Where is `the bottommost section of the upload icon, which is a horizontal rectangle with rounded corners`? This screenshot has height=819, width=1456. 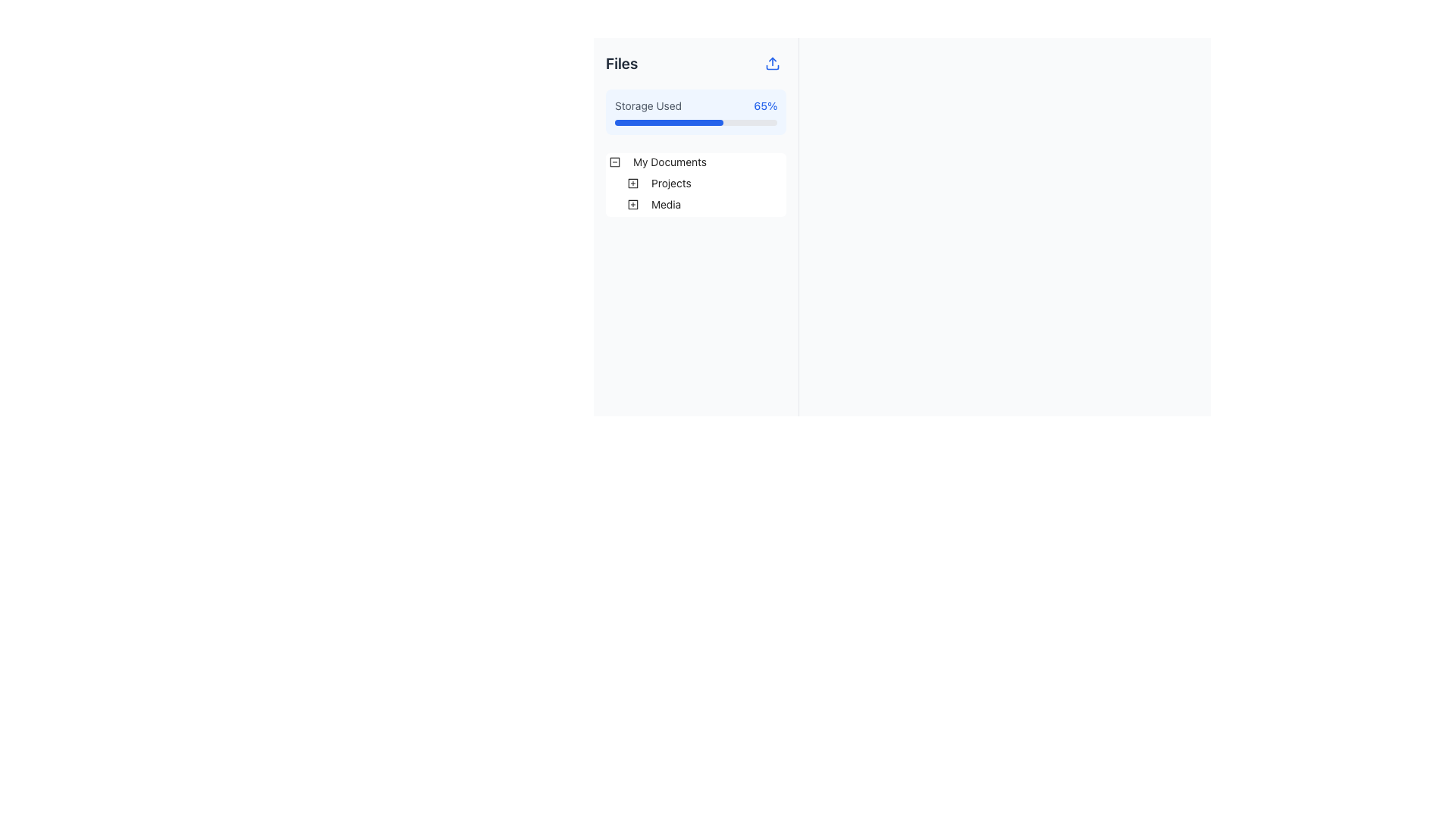
the bottommost section of the upload icon, which is a horizontal rectangle with rounded corners is located at coordinates (773, 66).